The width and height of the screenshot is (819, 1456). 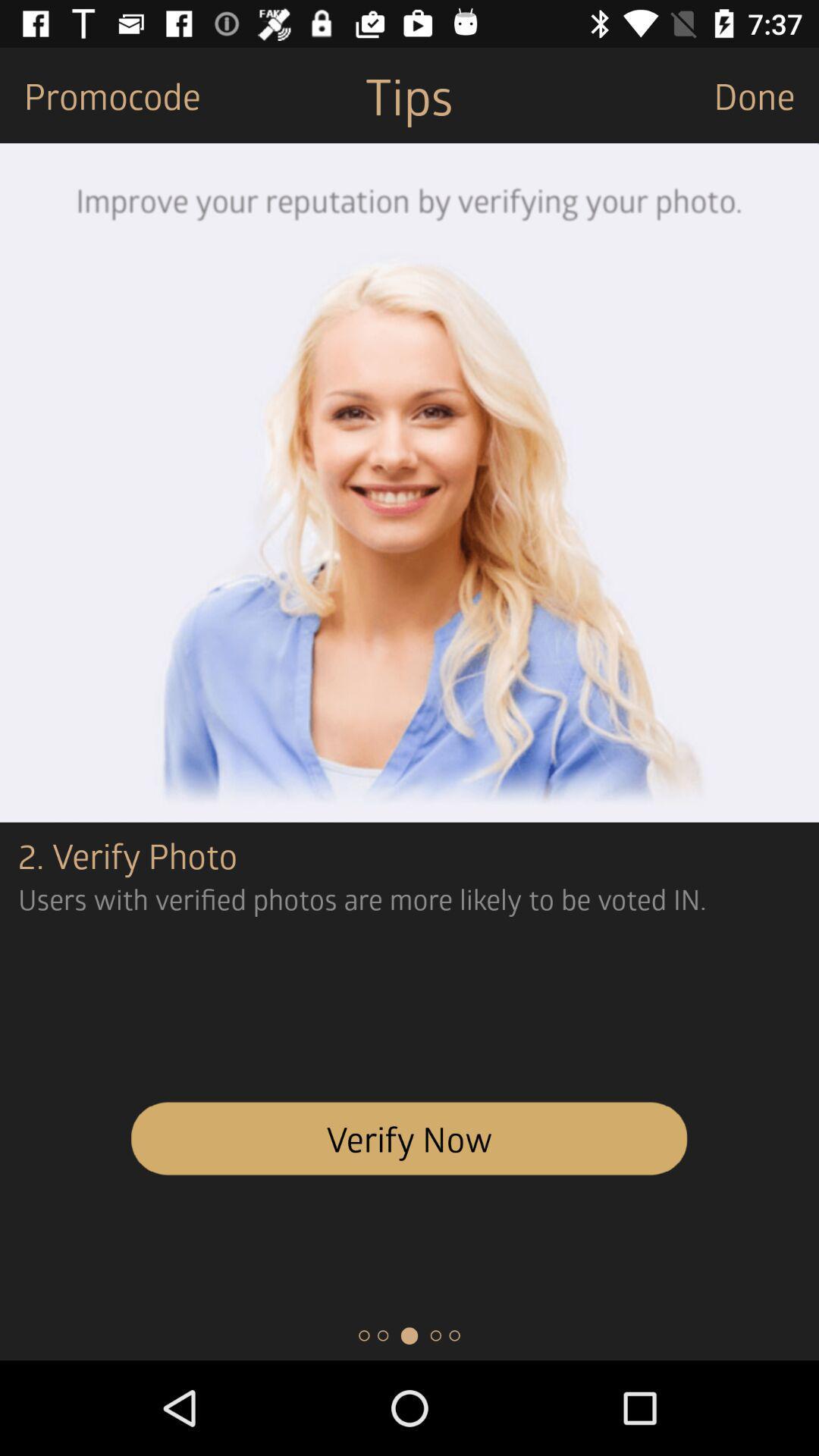 I want to click on icon below the users with verified, so click(x=409, y=1138).